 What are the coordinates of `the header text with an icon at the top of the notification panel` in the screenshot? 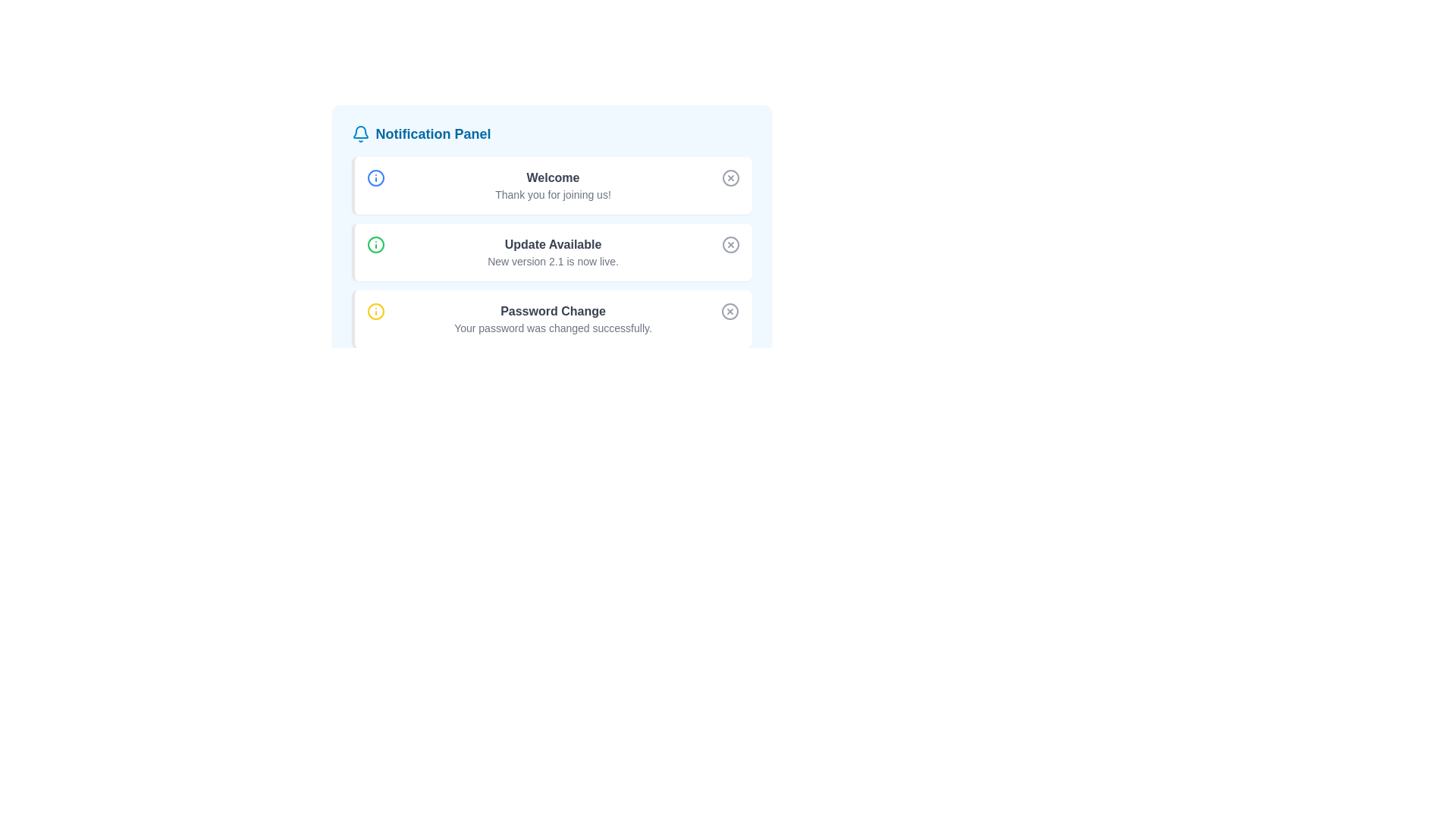 It's located at (551, 133).